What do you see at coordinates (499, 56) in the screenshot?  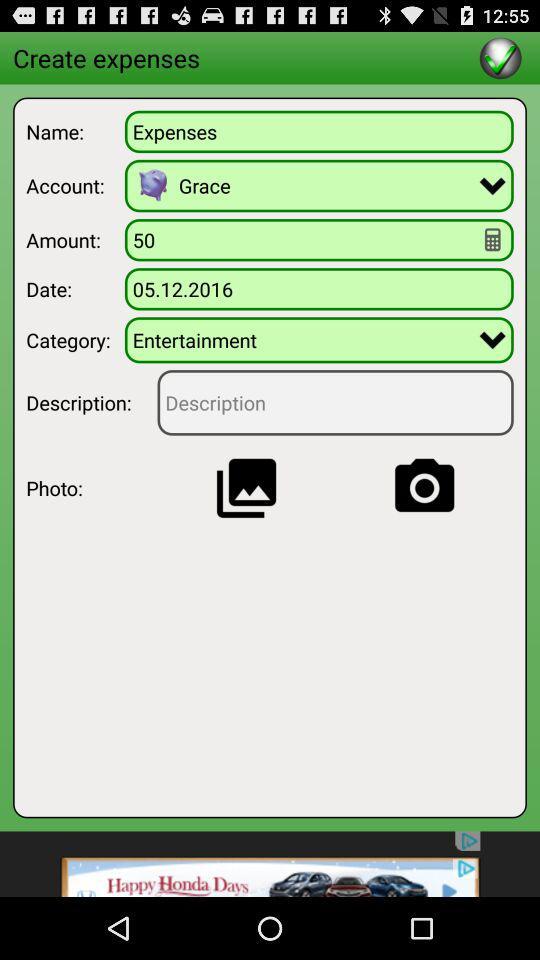 I see `finish data editing` at bounding box center [499, 56].